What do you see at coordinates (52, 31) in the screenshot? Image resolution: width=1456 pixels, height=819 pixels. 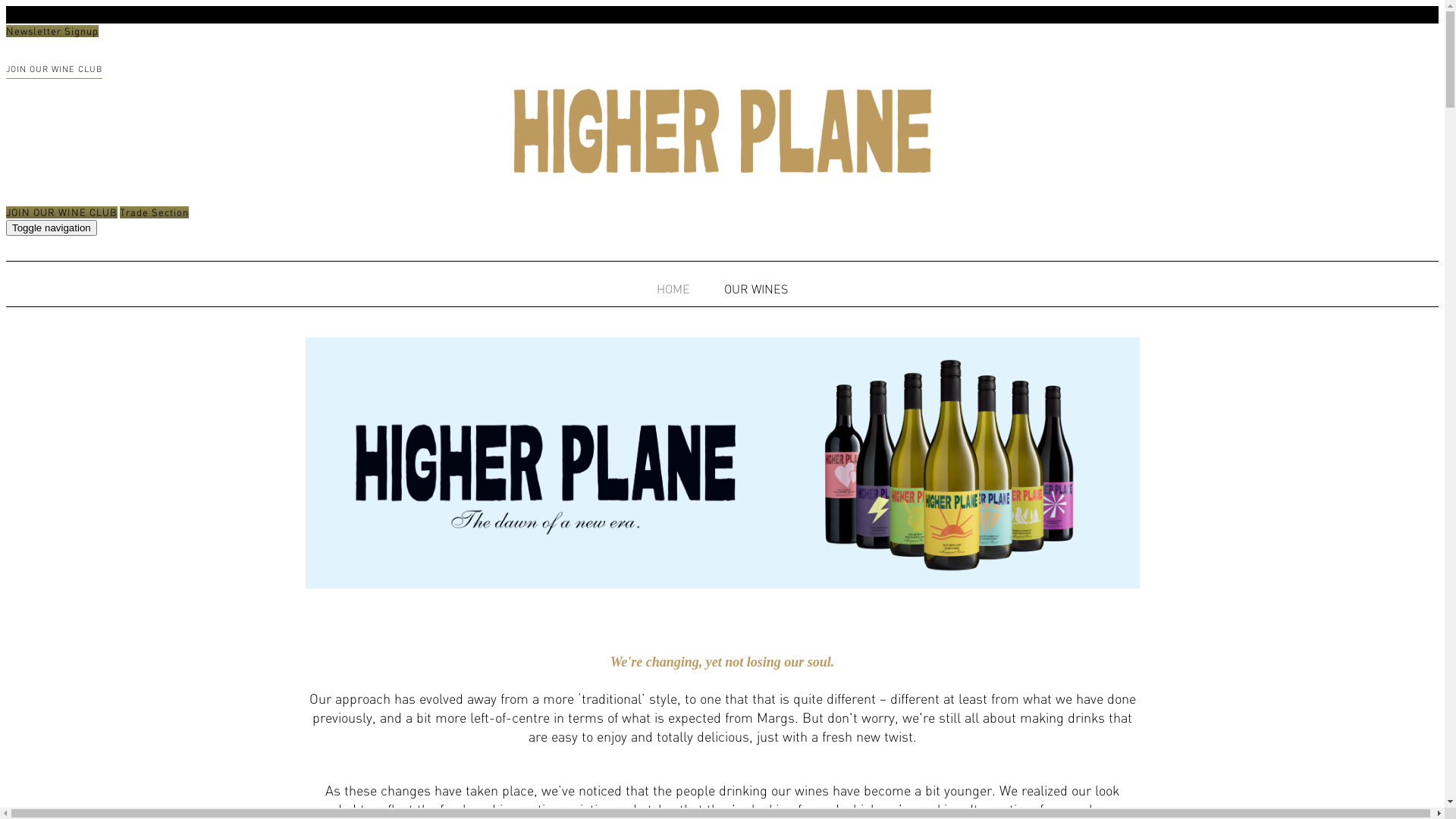 I see `'Newsletter Signup'` at bounding box center [52, 31].